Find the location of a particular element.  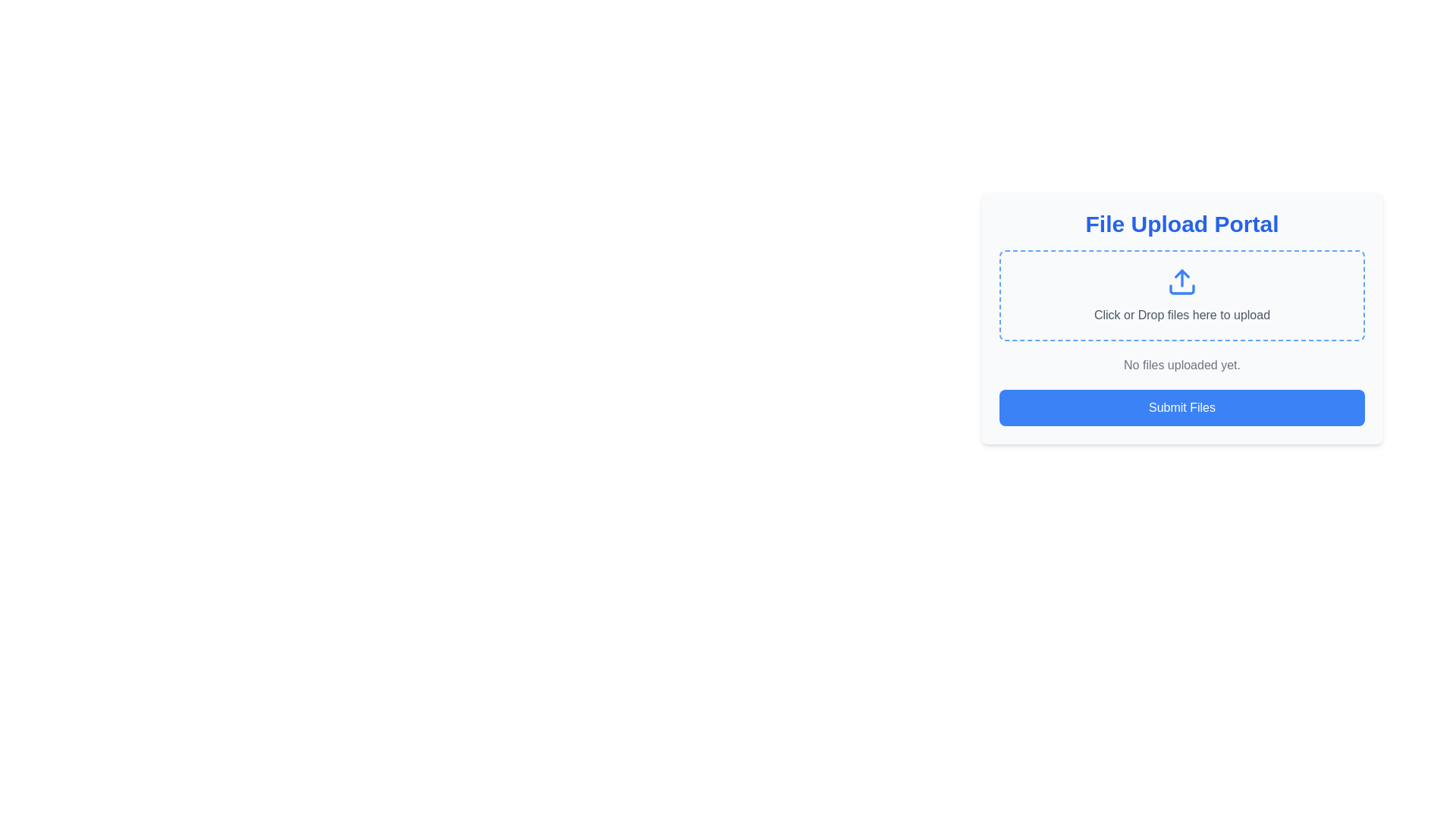

the text label that reads 'Click or Drop files here to upload' in light gray color, positioned under the upload icon within a dashed blue border is located at coordinates (1181, 315).